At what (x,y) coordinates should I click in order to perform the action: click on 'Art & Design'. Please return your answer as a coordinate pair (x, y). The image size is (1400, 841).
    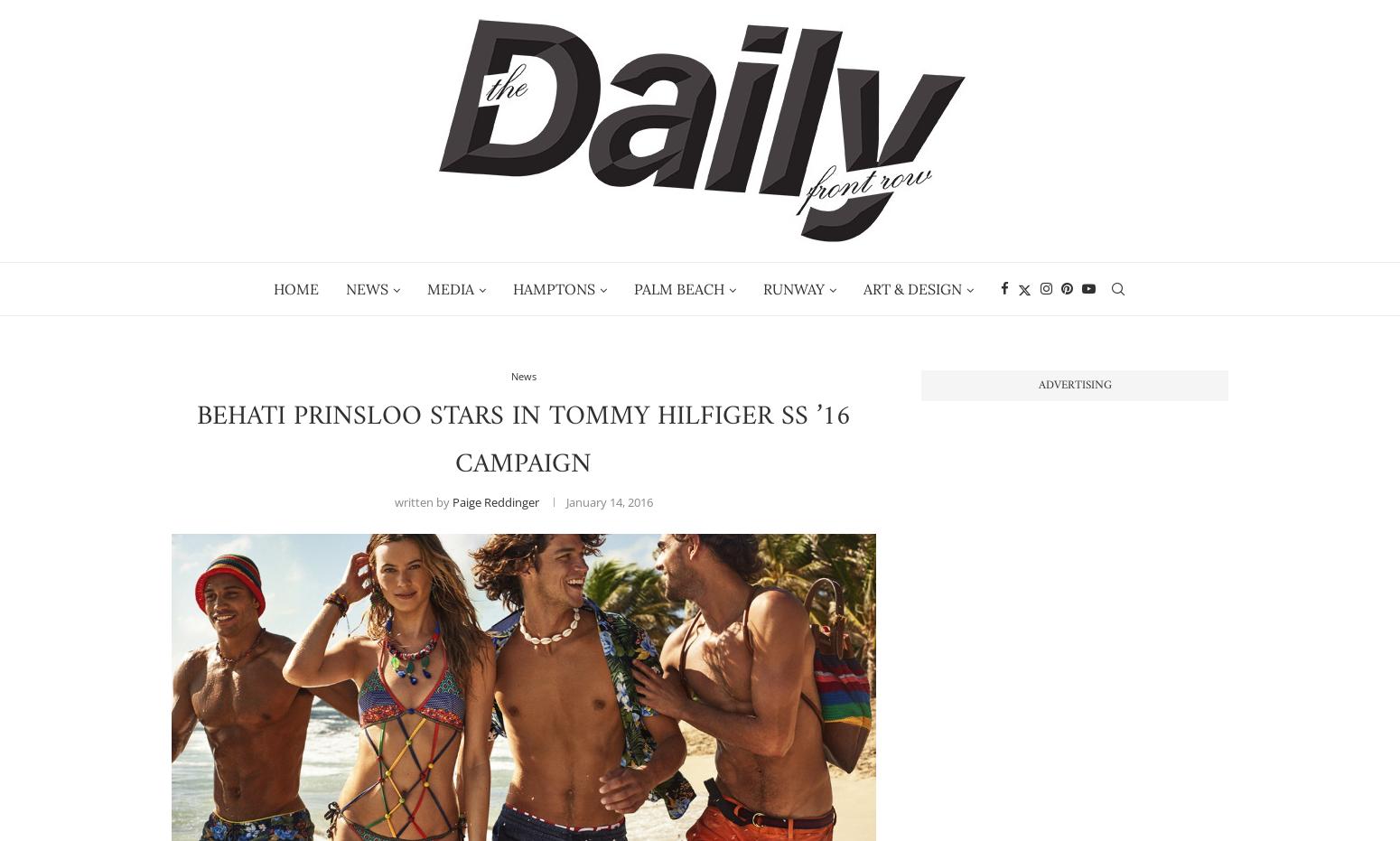
    Looking at the image, I should click on (911, 287).